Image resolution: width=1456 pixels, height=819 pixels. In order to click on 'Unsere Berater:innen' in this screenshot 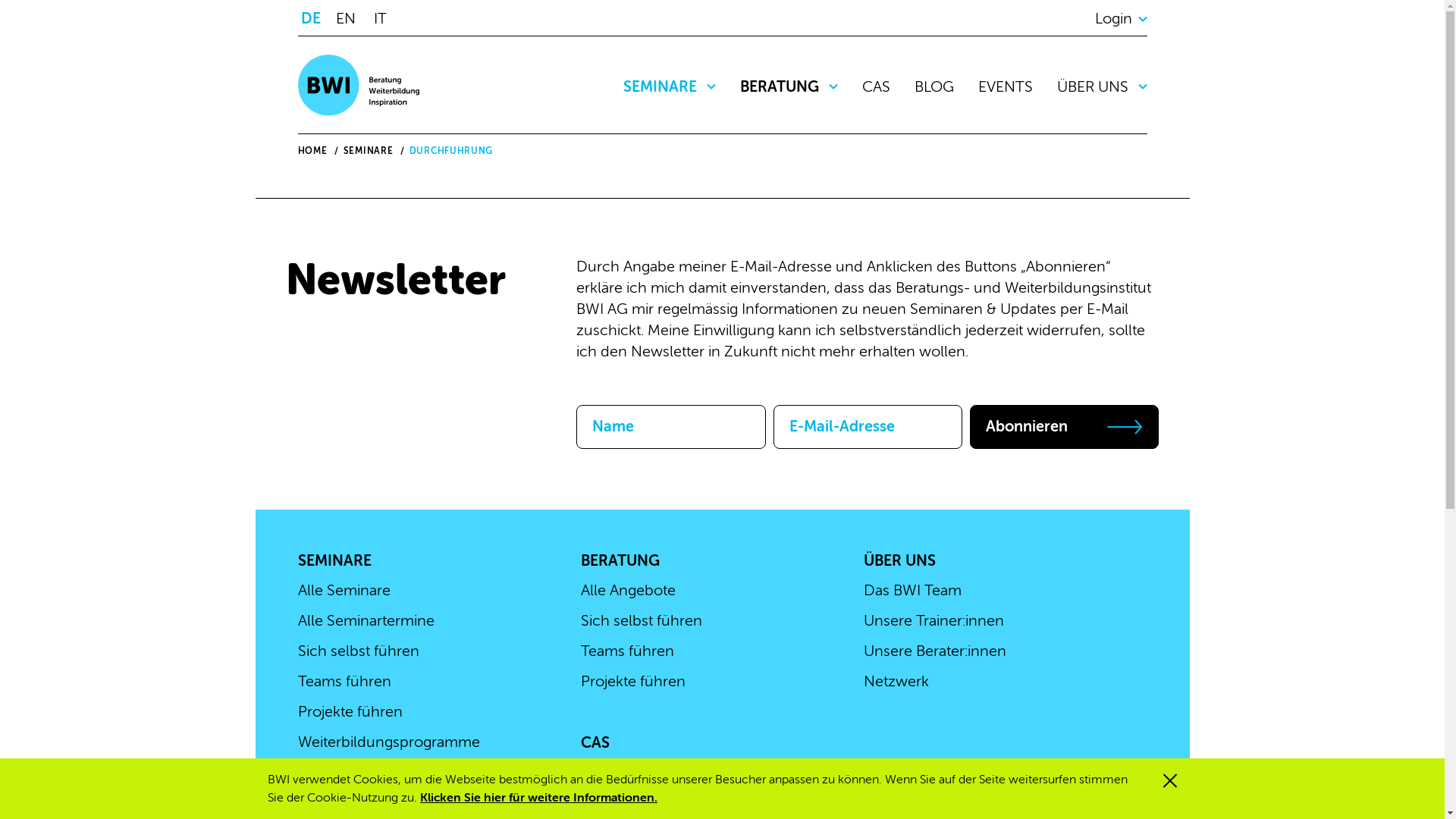, I will do `click(934, 650)`.